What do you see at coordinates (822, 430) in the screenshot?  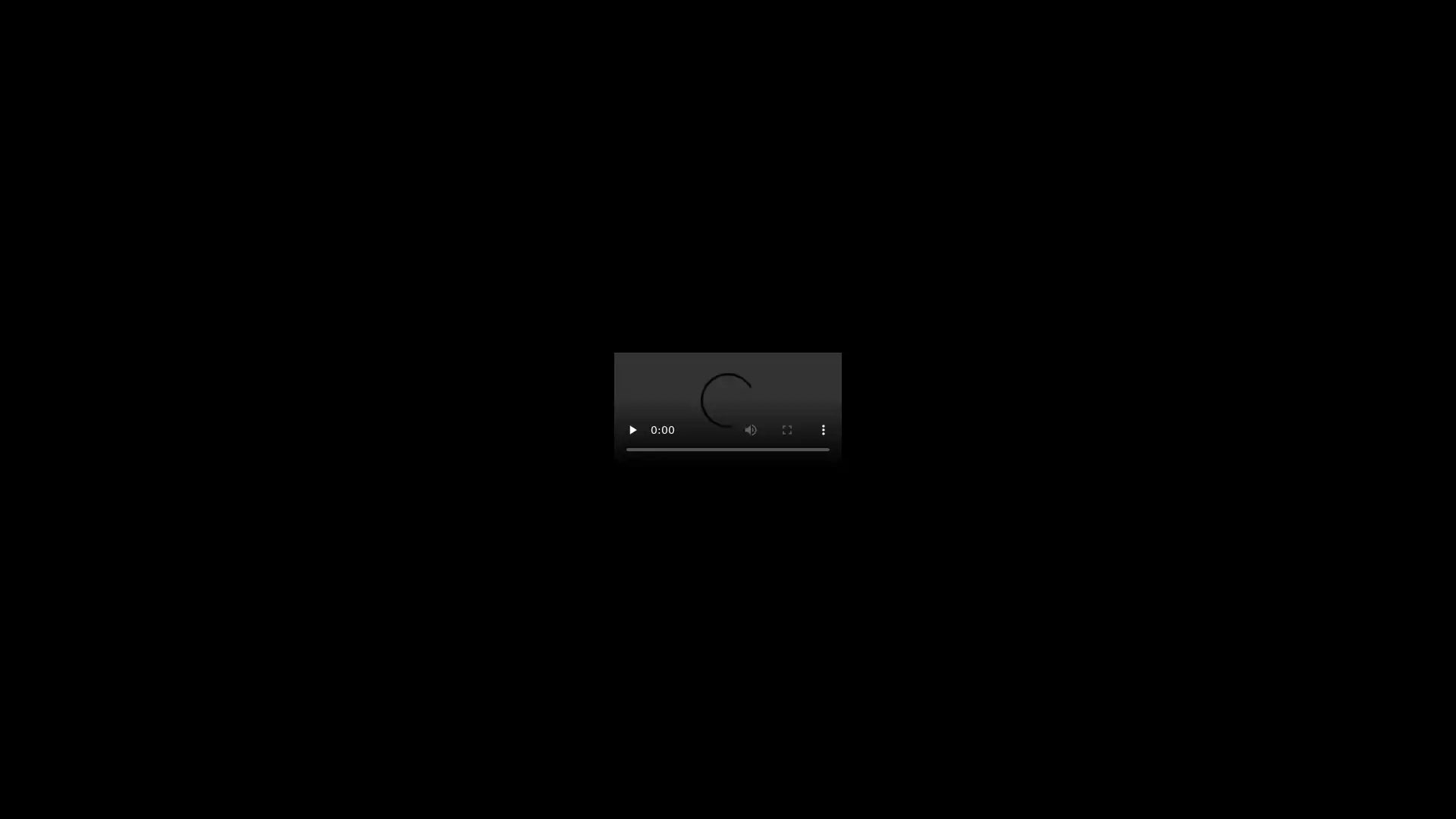 I see `show more media controls` at bounding box center [822, 430].